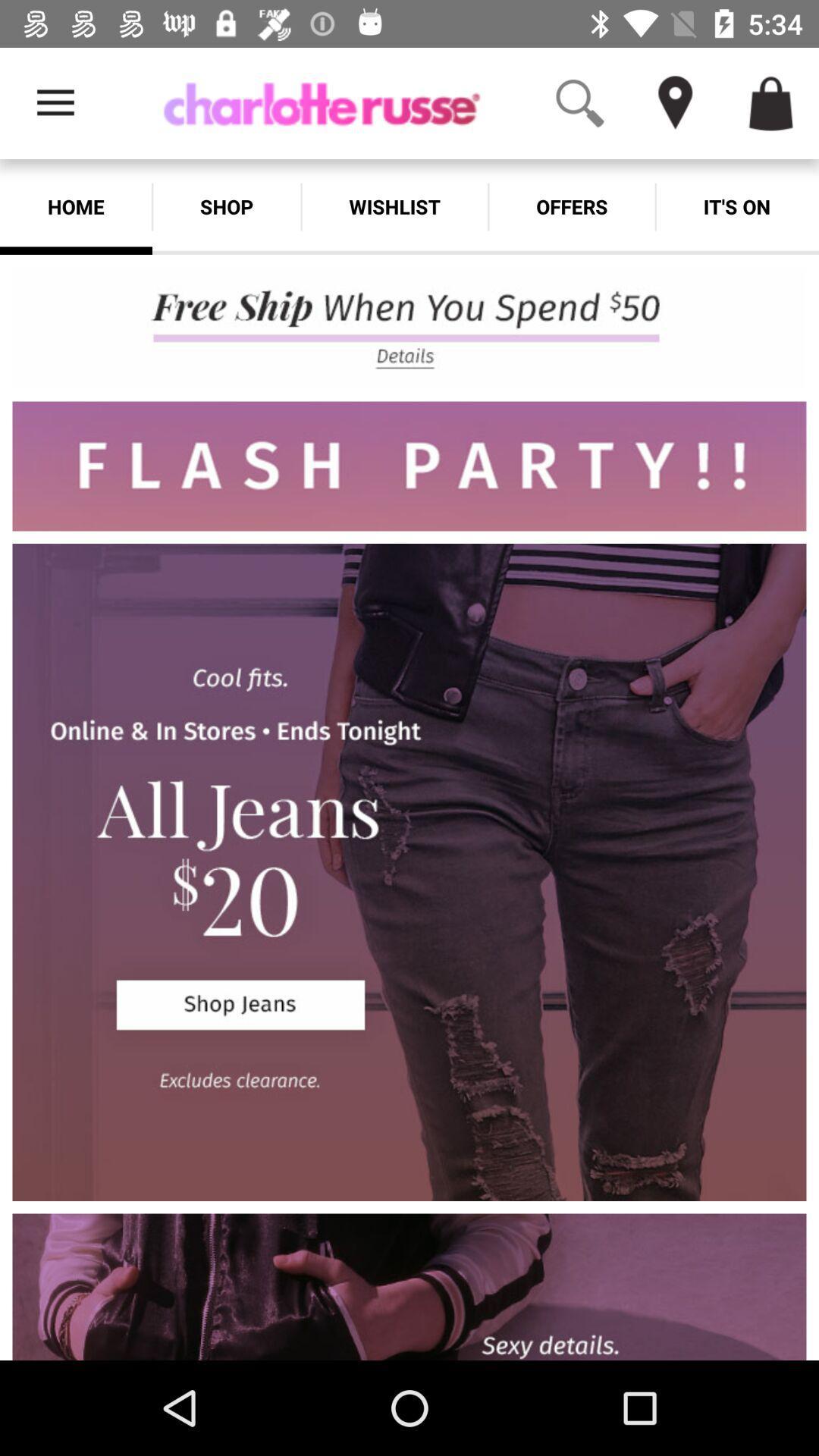 The image size is (819, 1456). Describe the element at coordinates (796, 66) in the screenshot. I see `the app above the it's on` at that location.